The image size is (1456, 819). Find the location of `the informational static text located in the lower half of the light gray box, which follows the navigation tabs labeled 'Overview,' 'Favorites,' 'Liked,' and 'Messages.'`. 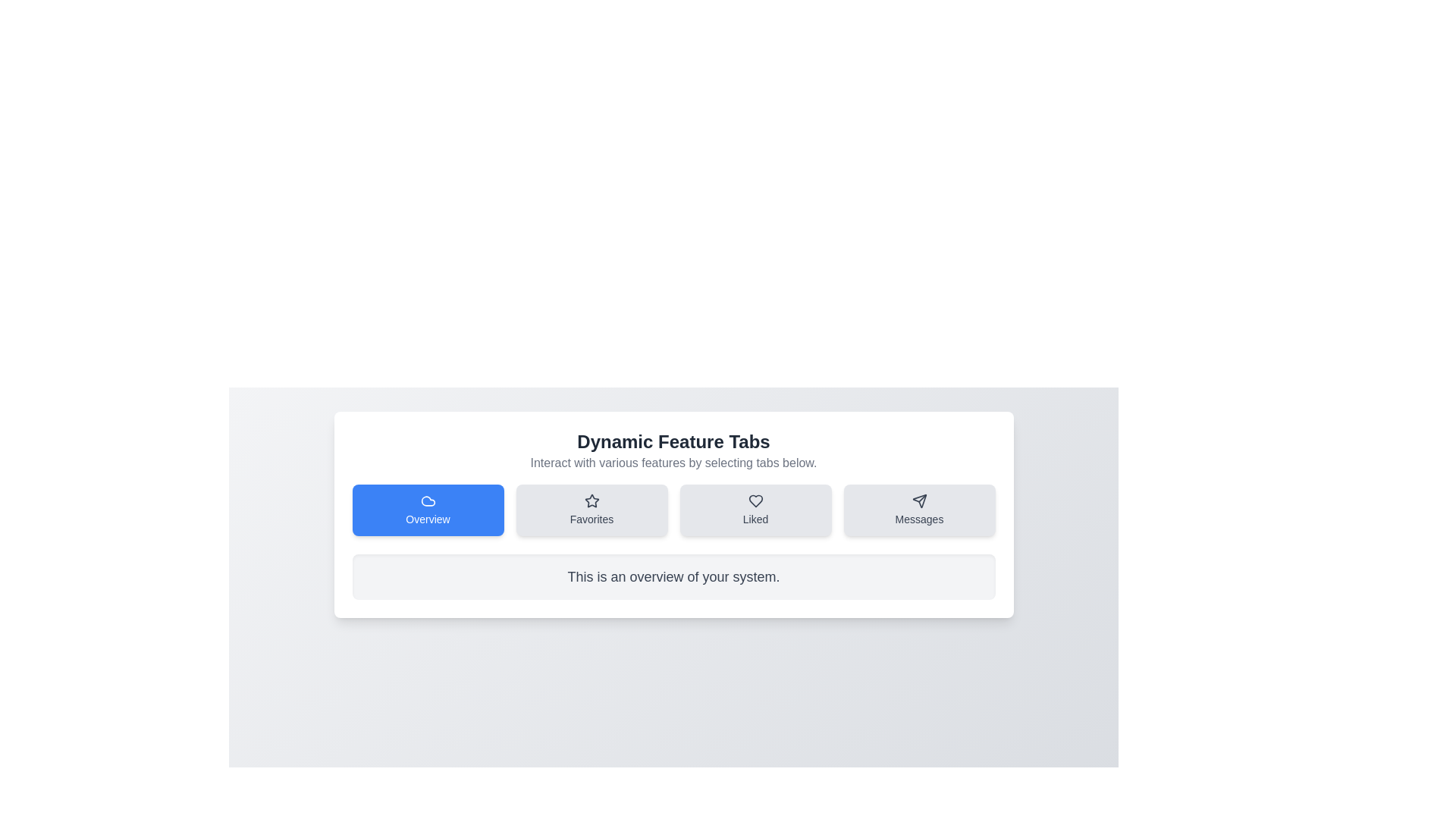

the informational static text located in the lower half of the light gray box, which follows the navigation tabs labeled 'Overview,' 'Favorites,' 'Liked,' and 'Messages.' is located at coordinates (673, 576).